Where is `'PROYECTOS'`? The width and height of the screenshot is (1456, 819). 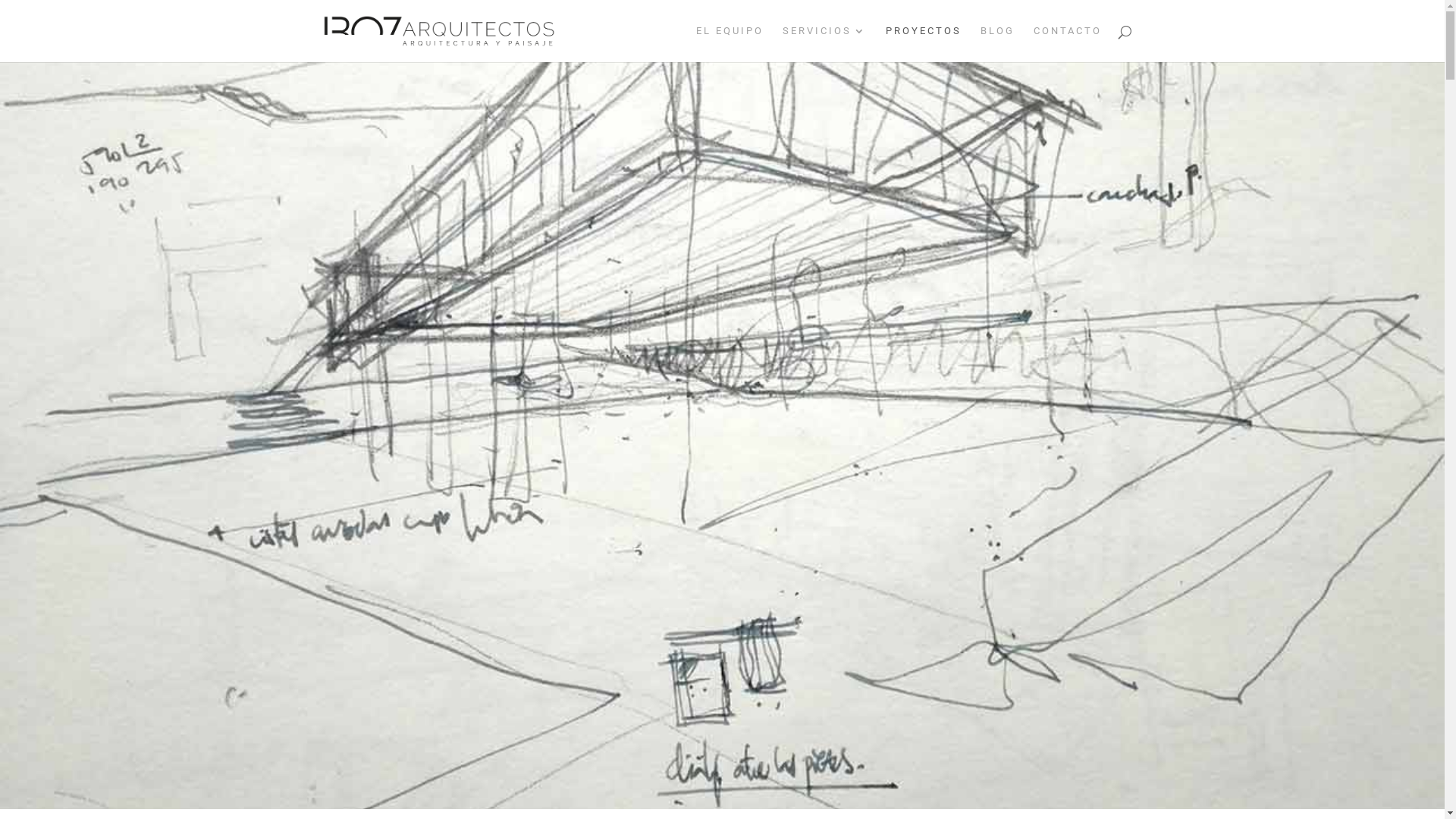 'PROYECTOS' is located at coordinates (923, 42).